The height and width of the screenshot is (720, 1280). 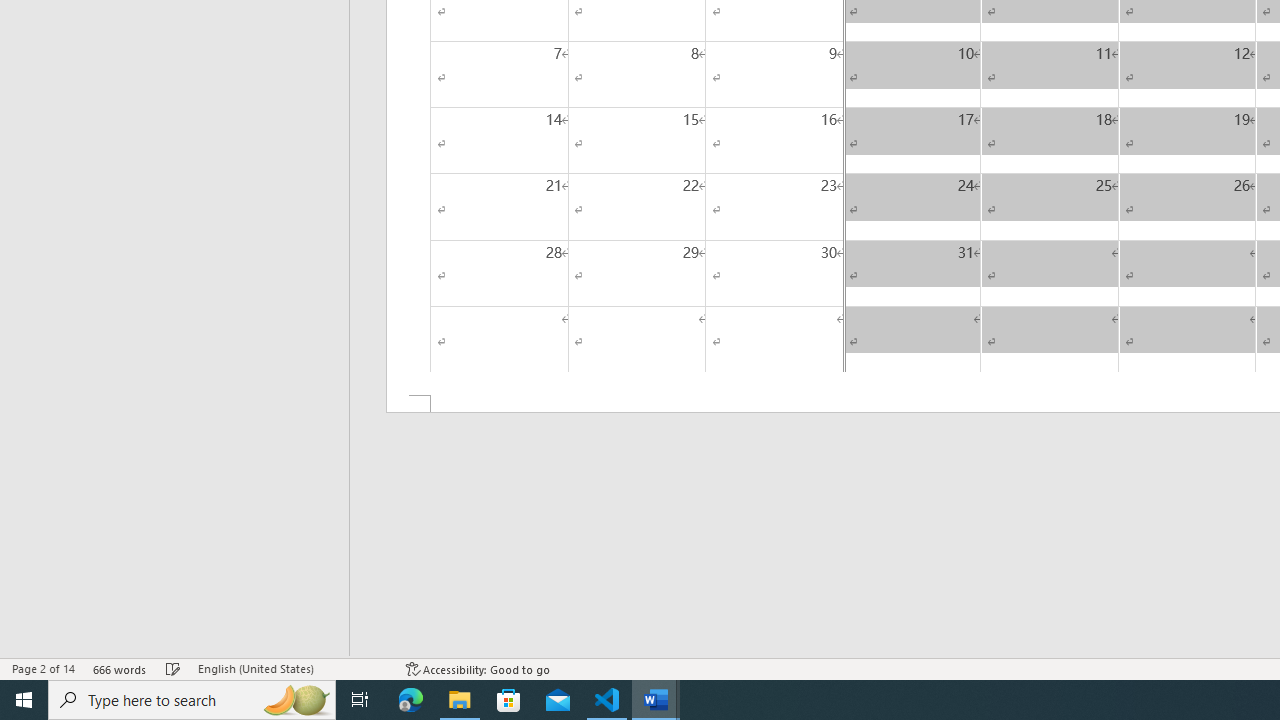 I want to click on 'Word Count 666 words', so click(x=119, y=669).